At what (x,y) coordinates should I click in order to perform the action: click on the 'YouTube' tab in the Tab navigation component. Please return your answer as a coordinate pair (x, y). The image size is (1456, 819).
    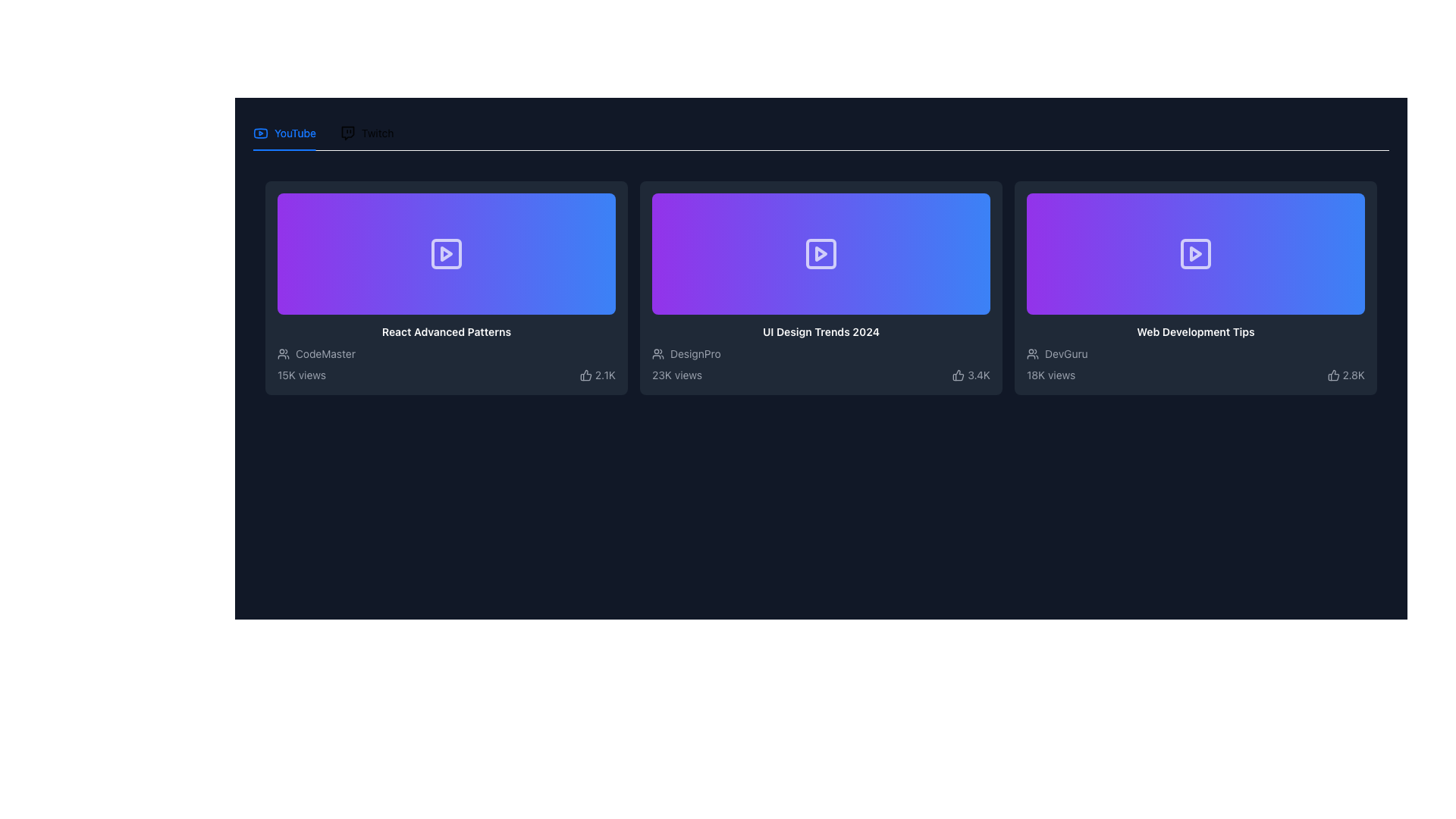
    Looking at the image, I should click on (322, 133).